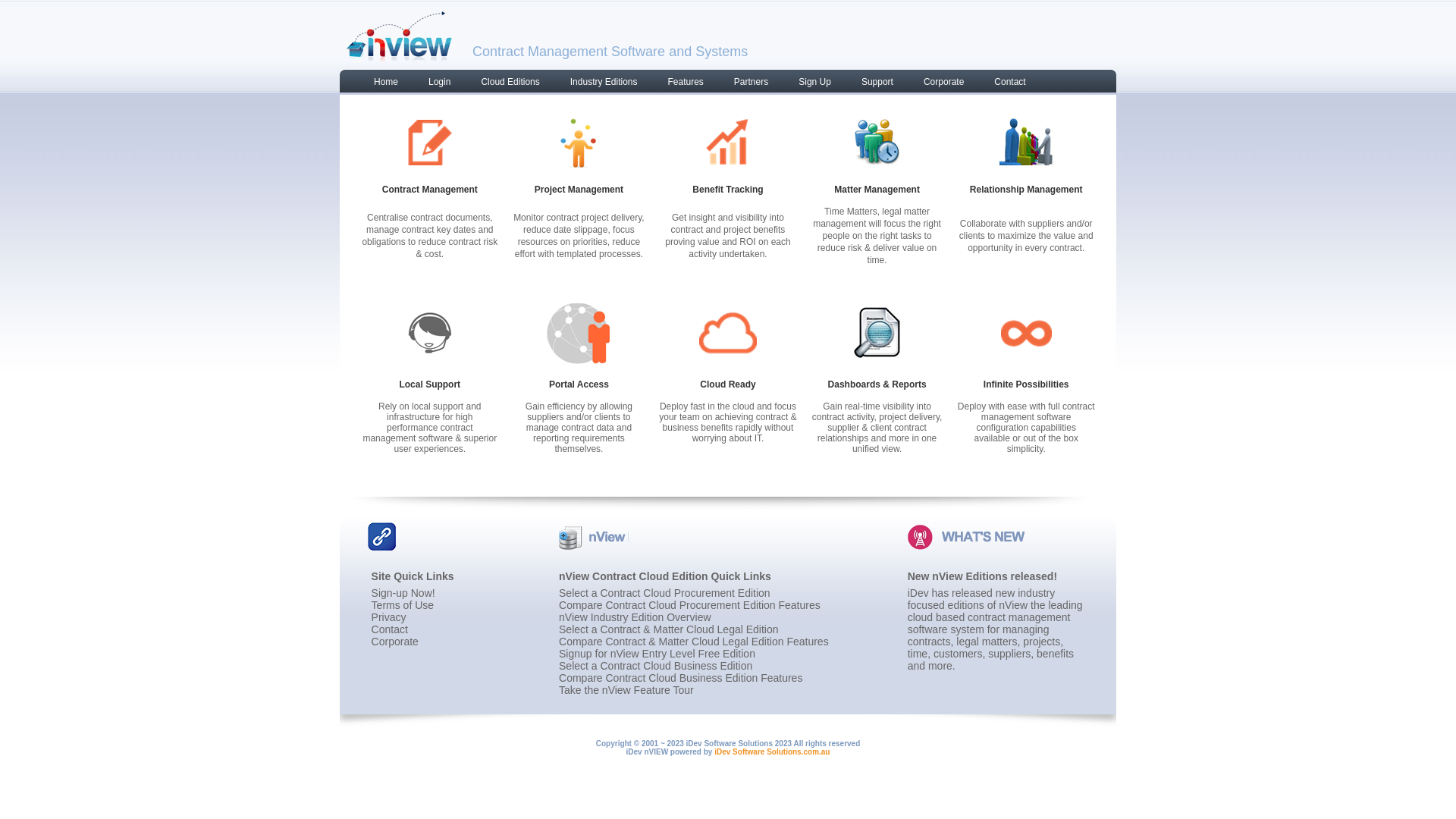 Image resolution: width=1456 pixels, height=819 pixels. What do you see at coordinates (1002, 84) in the screenshot?
I see `'Contact'` at bounding box center [1002, 84].